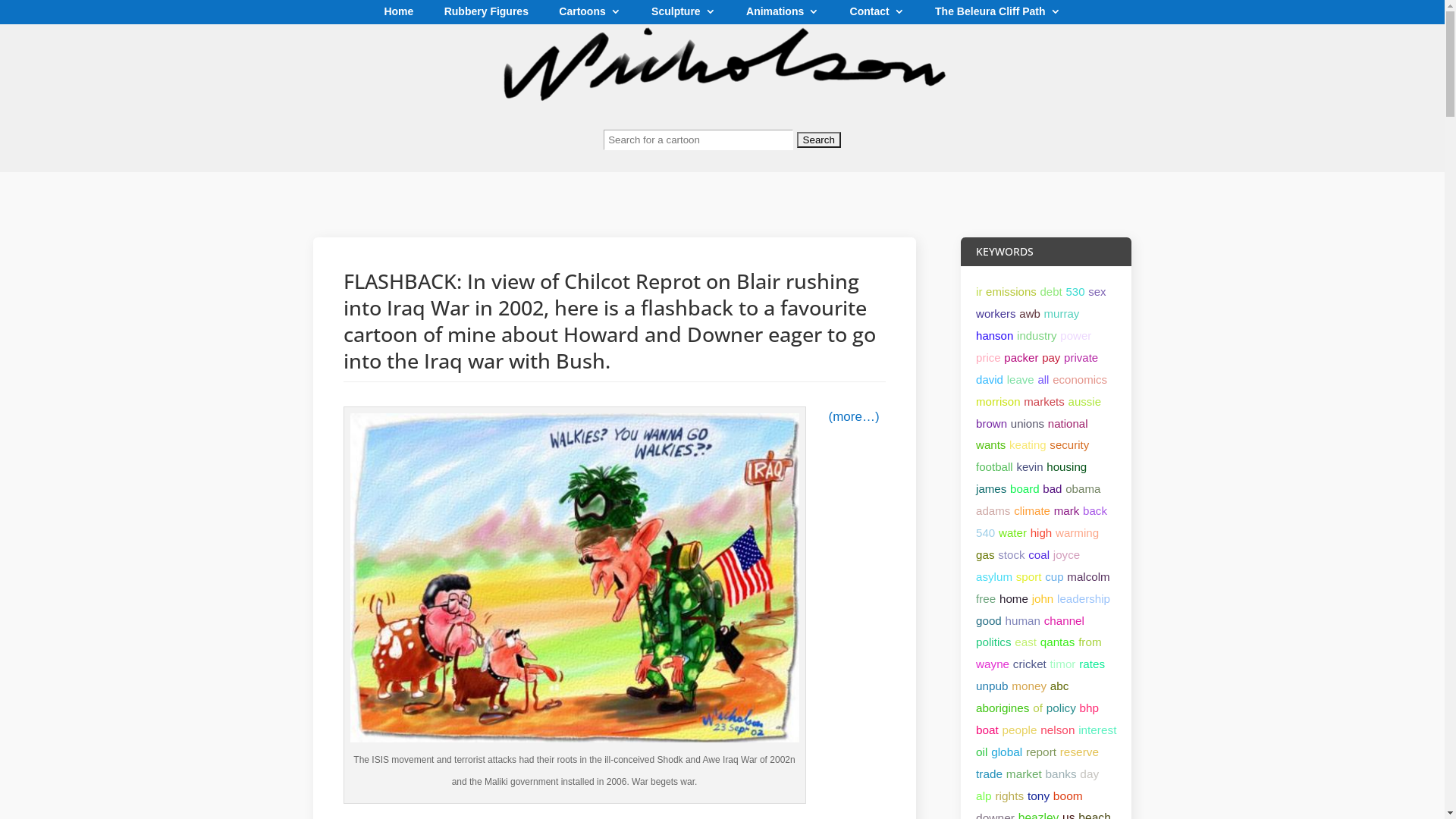 Image resolution: width=1456 pixels, height=819 pixels. I want to click on 'aborigines', so click(1002, 708).